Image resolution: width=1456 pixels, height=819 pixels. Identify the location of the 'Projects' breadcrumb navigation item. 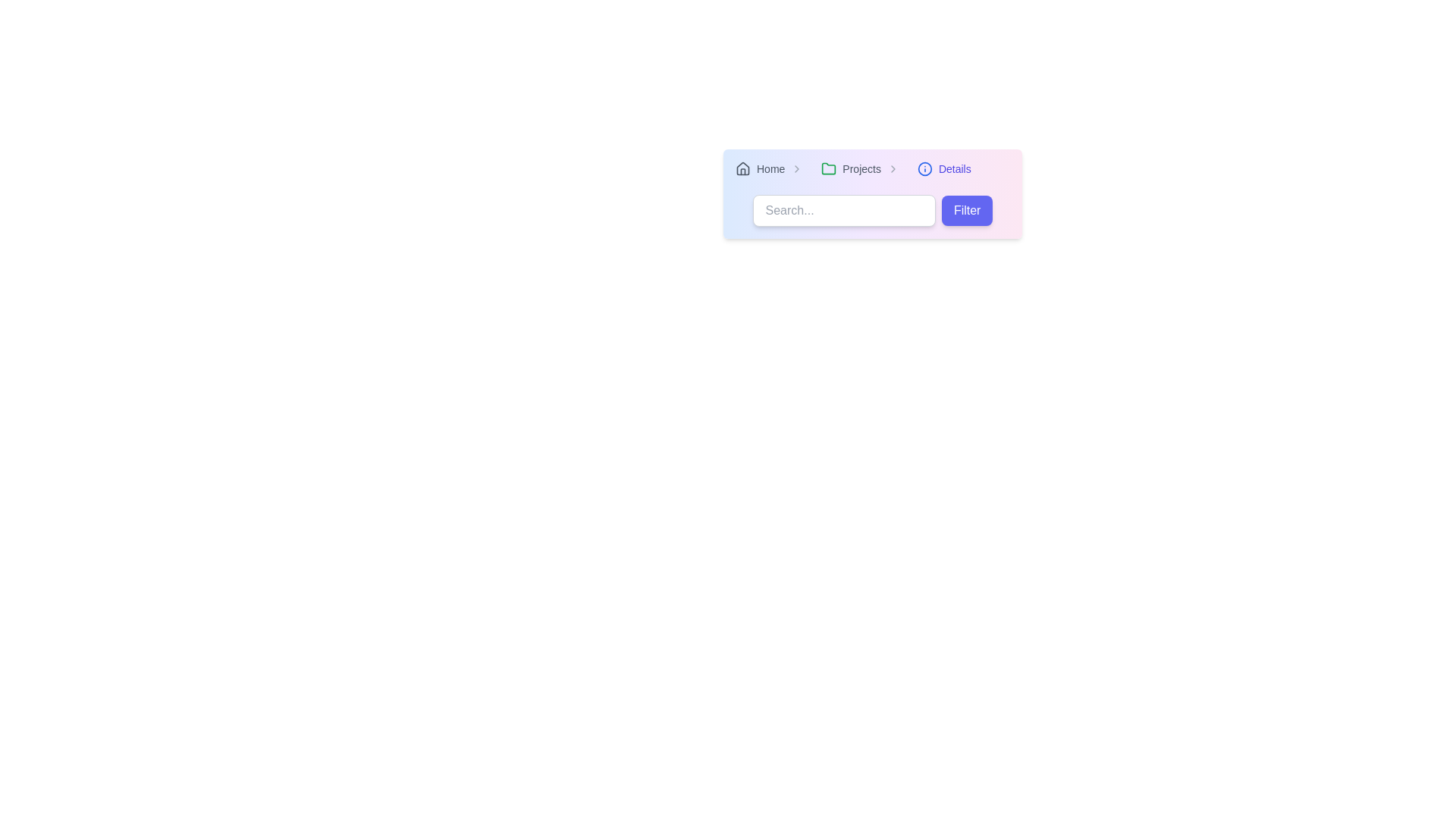
(862, 169).